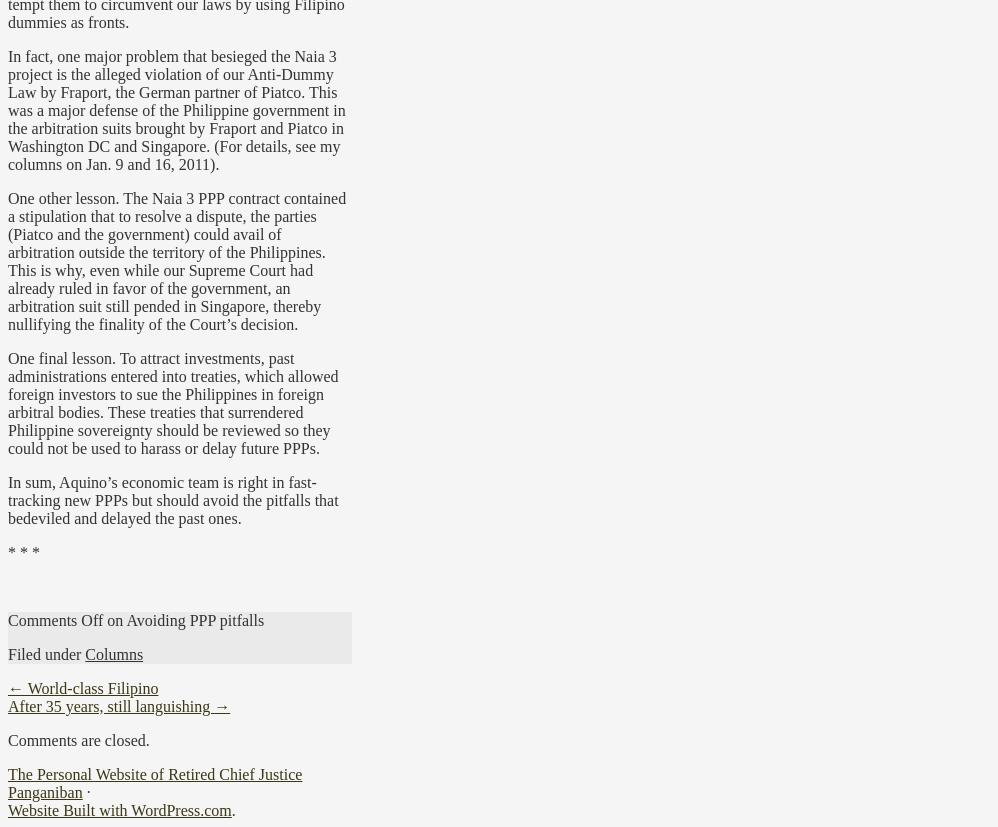  Describe the element at coordinates (171, 498) in the screenshot. I see `'In sum, Aquino’s economic team is right in fast-tracking new PPPs but should avoid the pitfalls that bedeviled and delayed the past ones.'` at that location.